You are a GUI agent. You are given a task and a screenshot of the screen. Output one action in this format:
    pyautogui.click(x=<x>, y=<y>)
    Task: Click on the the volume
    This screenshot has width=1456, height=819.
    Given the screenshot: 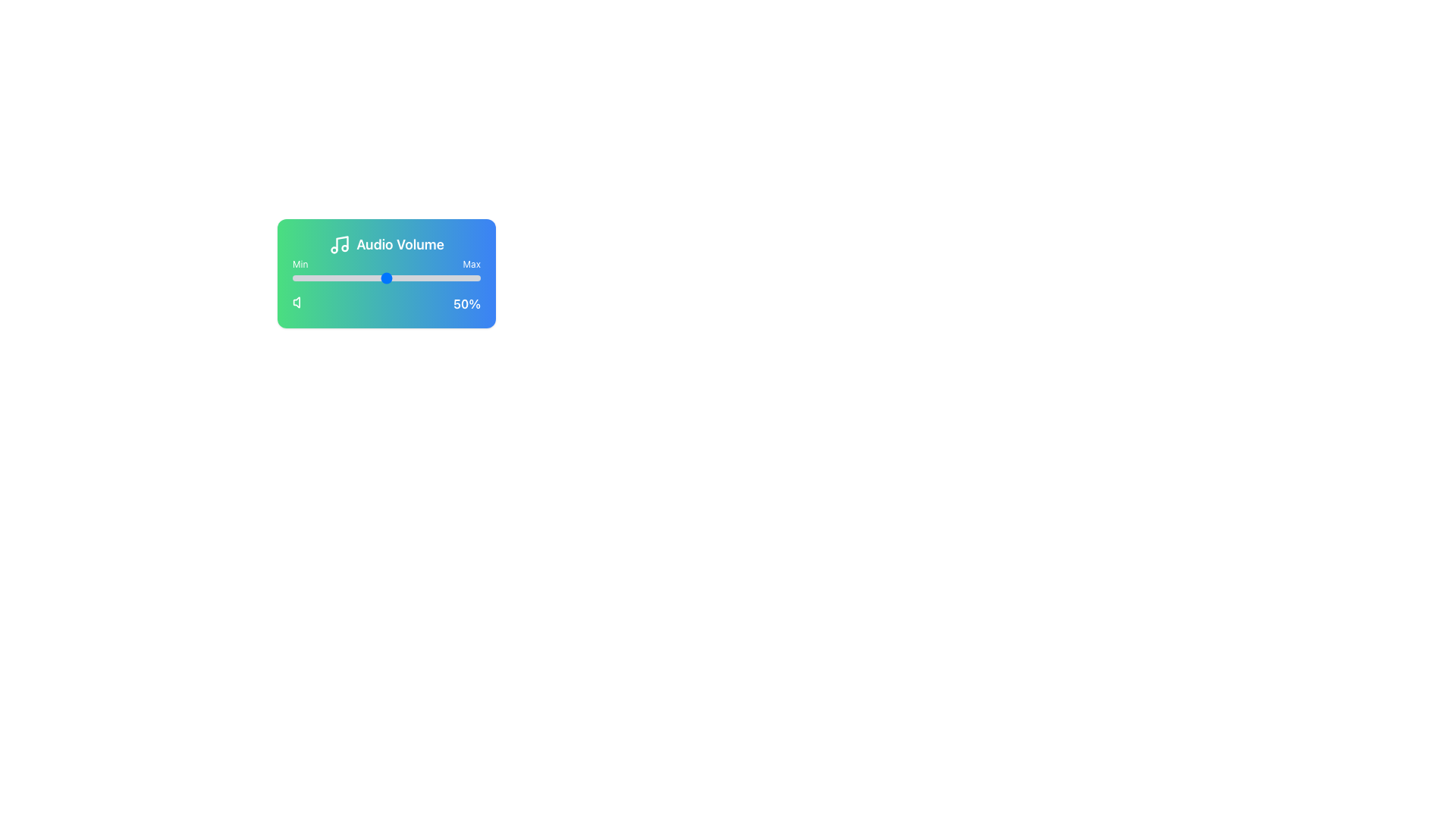 What is the action you would take?
    pyautogui.click(x=447, y=278)
    